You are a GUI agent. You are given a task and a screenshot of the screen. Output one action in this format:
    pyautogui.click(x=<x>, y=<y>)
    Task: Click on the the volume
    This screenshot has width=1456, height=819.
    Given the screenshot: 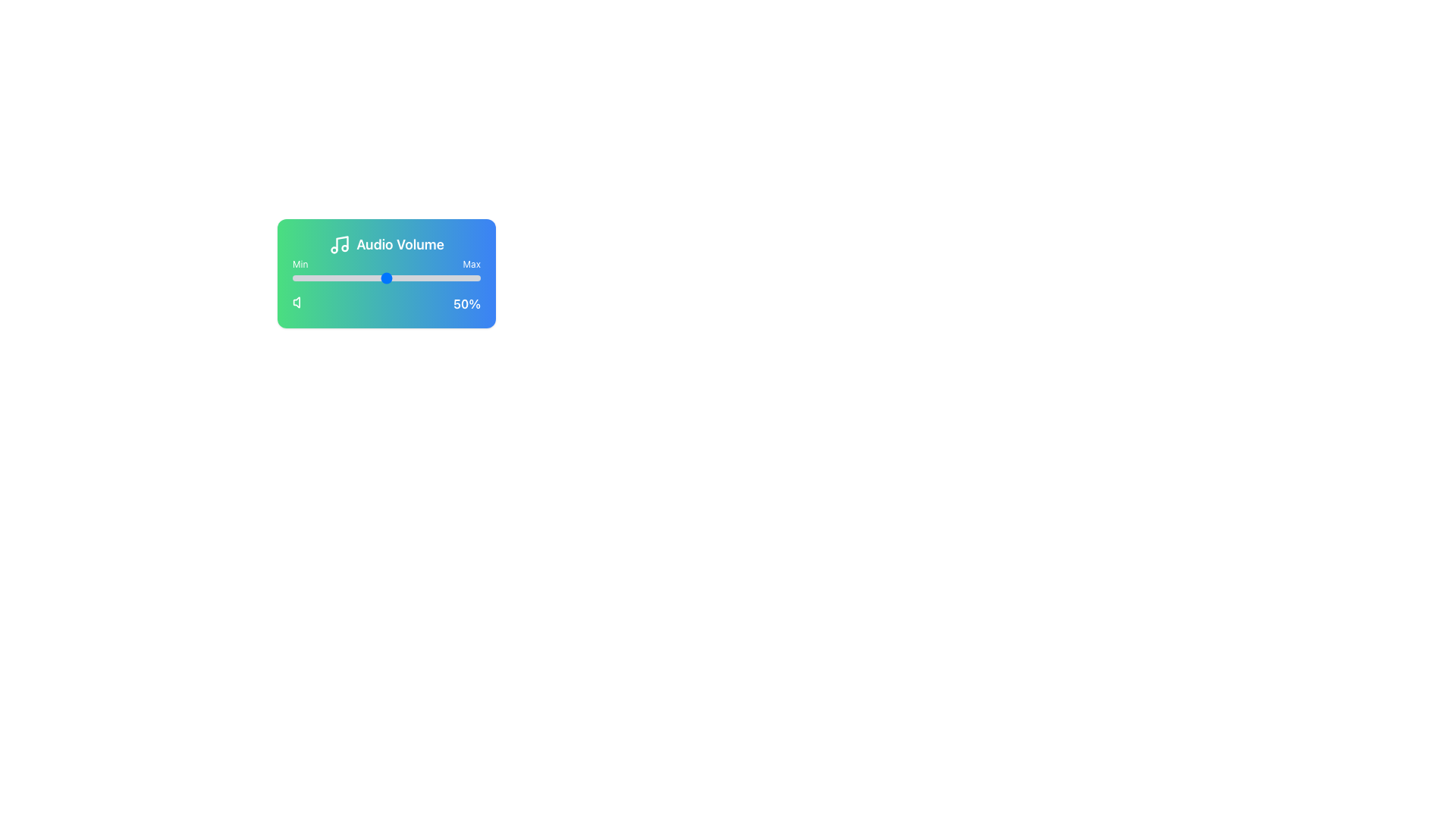 What is the action you would take?
    pyautogui.click(x=447, y=278)
    